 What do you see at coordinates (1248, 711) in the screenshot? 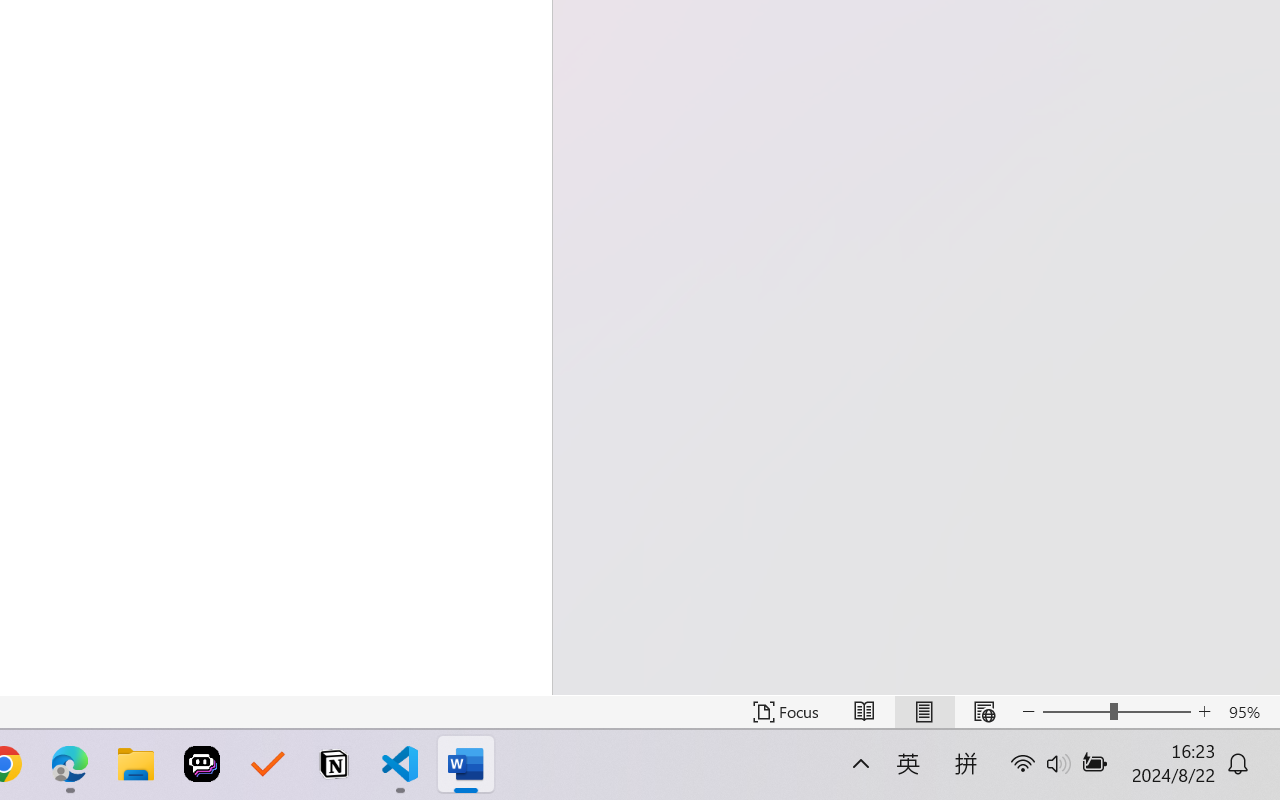
I see `'Zoom 95%'` at bounding box center [1248, 711].